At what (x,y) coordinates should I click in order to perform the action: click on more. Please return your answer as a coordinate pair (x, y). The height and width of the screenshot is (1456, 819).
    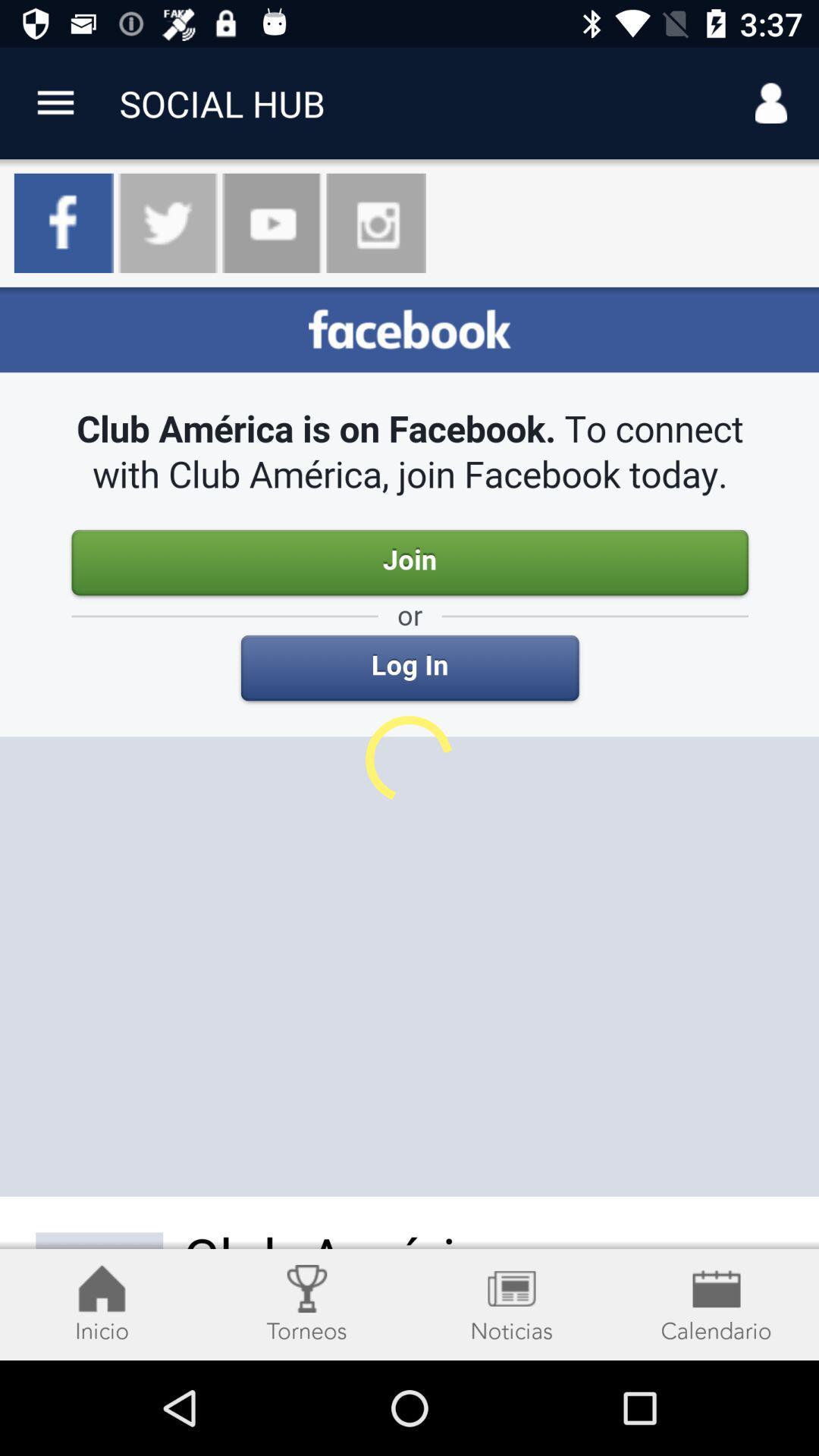
    Looking at the image, I should click on (55, 102).